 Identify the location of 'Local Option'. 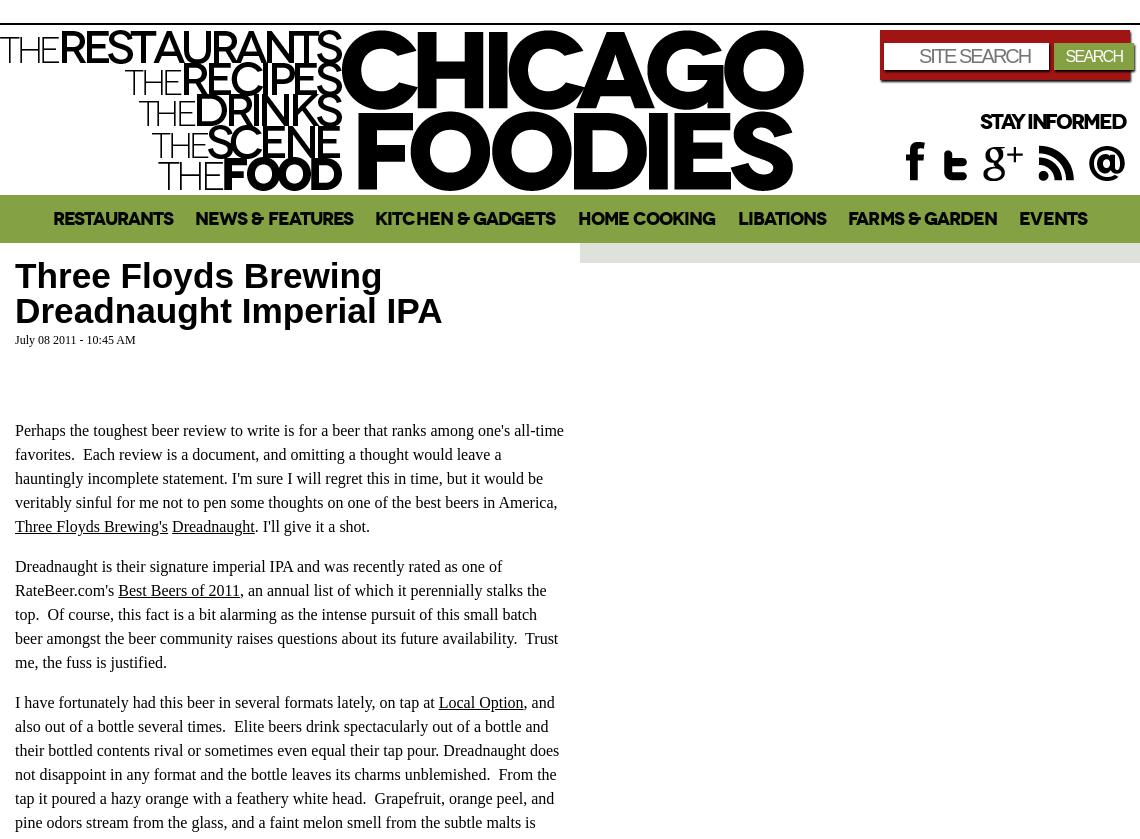
(480, 700).